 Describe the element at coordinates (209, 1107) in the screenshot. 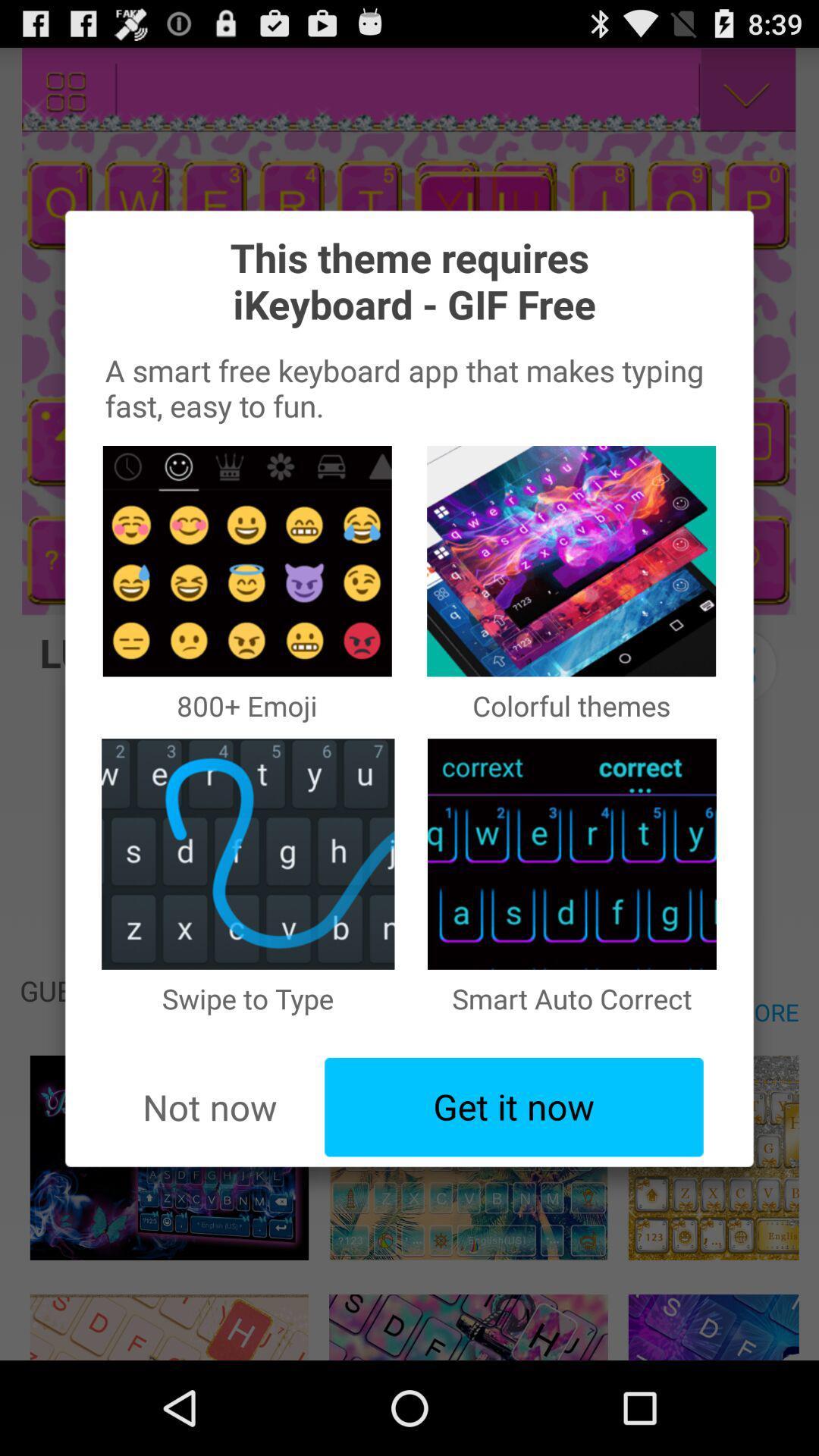

I see `button to the left of get it now button` at that location.